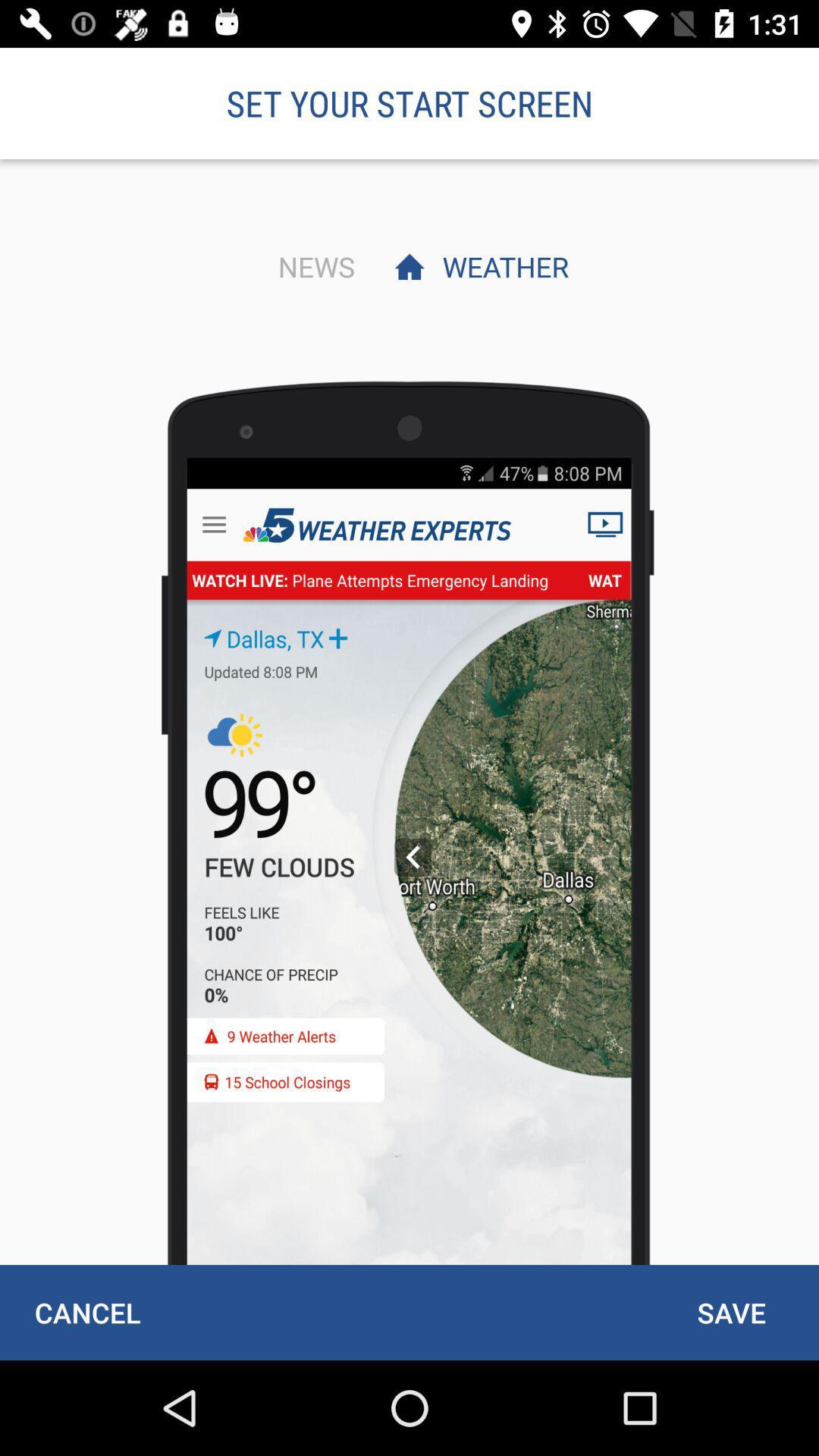 This screenshot has height=1456, width=819. Describe the element at coordinates (409, 102) in the screenshot. I see `icon above the news icon` at that location.